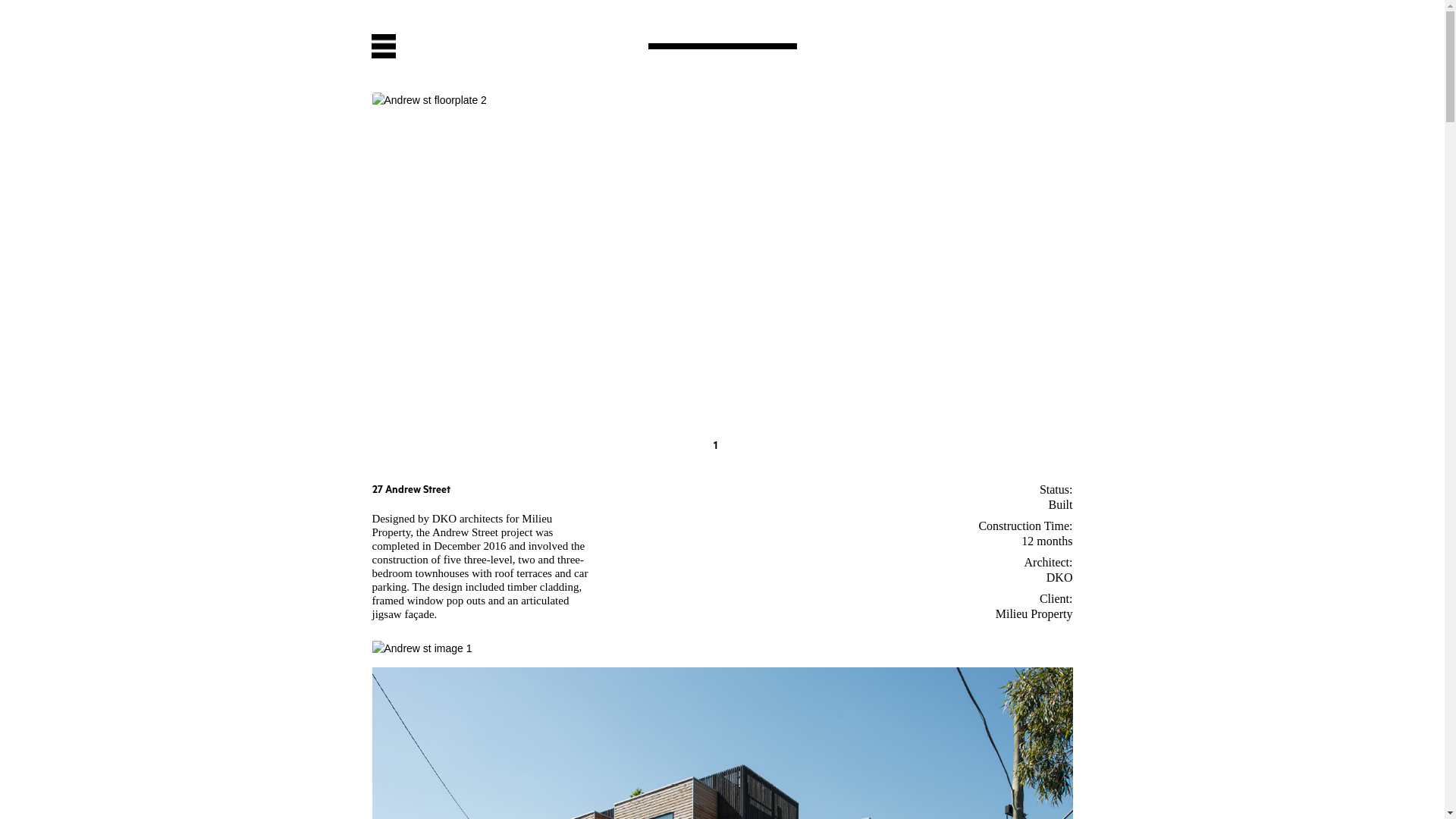 This screenshot has width=1456, height=819. I want to click on '2', so click(729, 446).